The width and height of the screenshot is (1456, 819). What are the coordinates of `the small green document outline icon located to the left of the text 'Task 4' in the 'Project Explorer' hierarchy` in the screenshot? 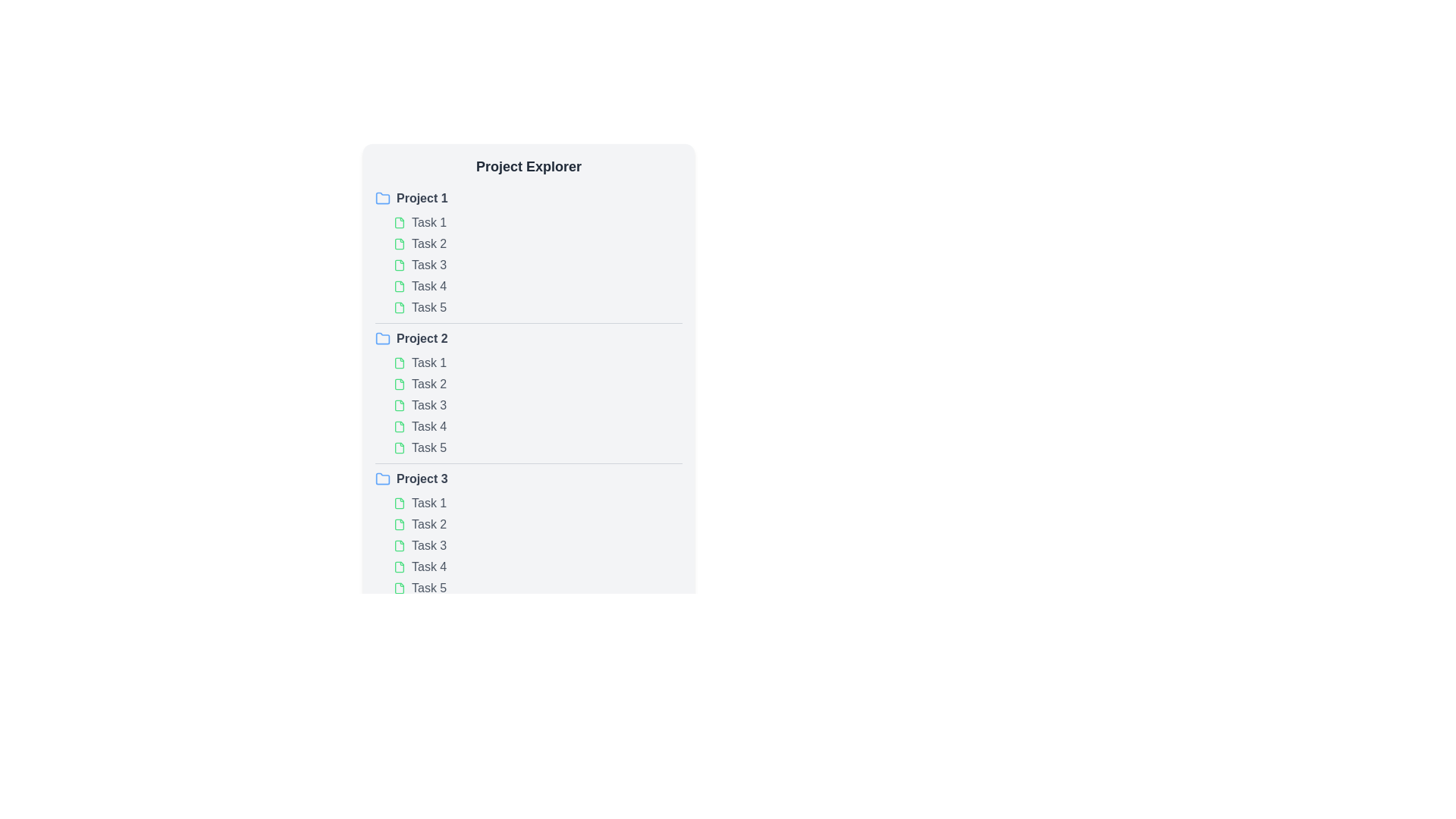 It's located at (400, 567).